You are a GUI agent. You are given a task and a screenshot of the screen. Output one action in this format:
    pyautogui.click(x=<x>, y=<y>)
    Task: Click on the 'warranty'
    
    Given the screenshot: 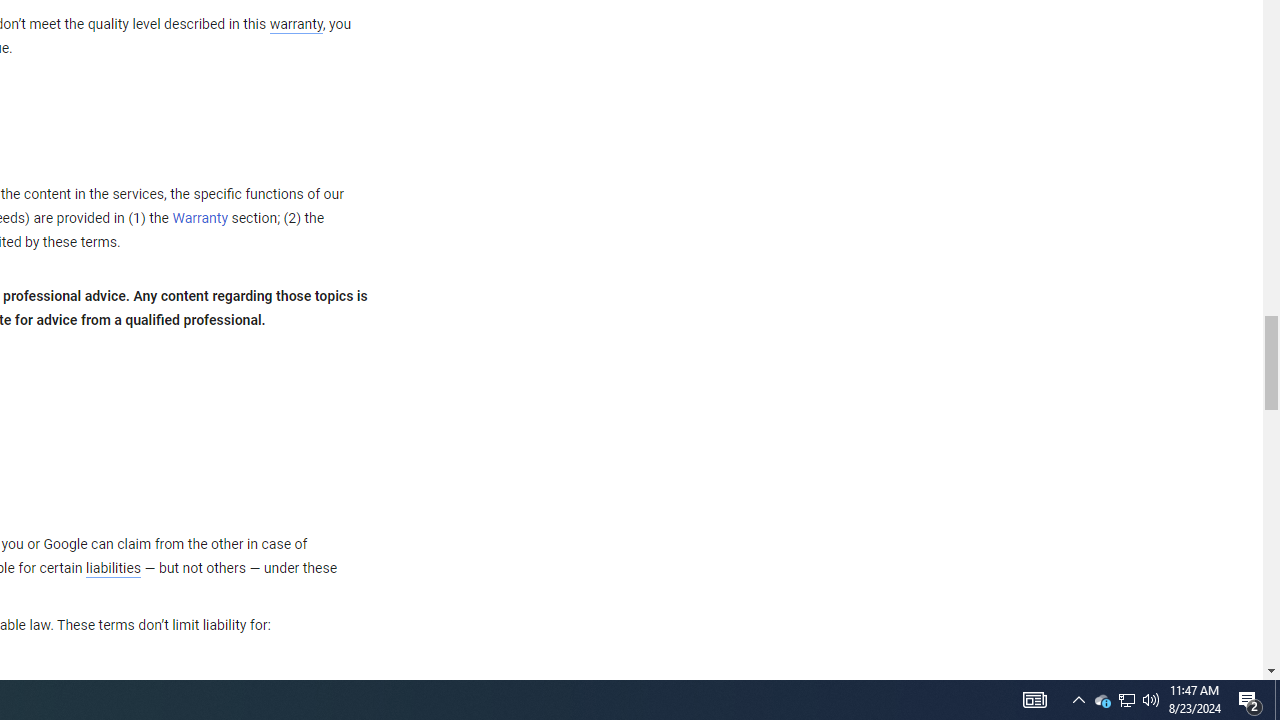 What is the action you would take?
    pyautogui.click(x=294, y=25)
    